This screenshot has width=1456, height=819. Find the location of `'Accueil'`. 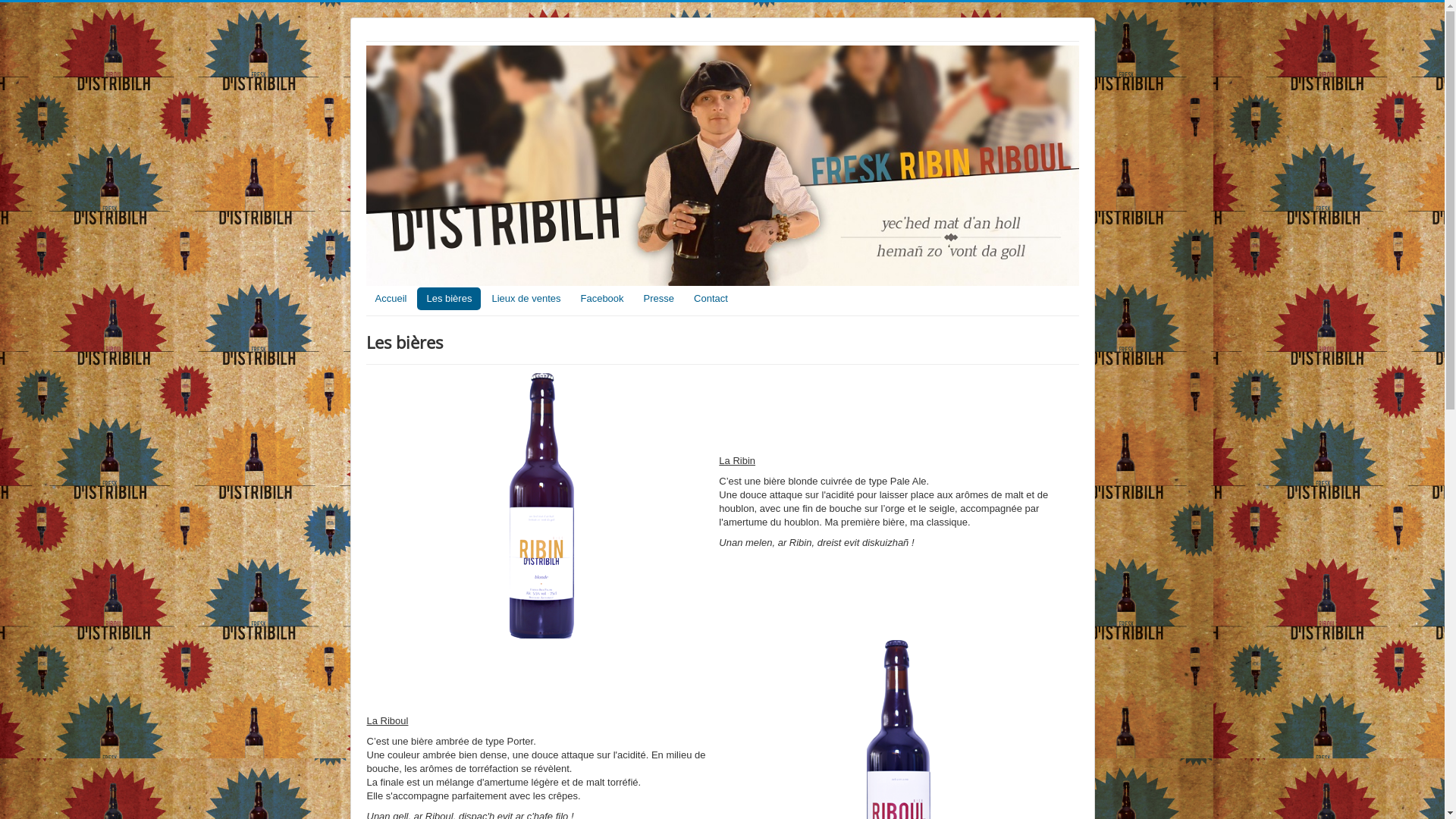

'Accueil' is located at coordinates (390, 298).